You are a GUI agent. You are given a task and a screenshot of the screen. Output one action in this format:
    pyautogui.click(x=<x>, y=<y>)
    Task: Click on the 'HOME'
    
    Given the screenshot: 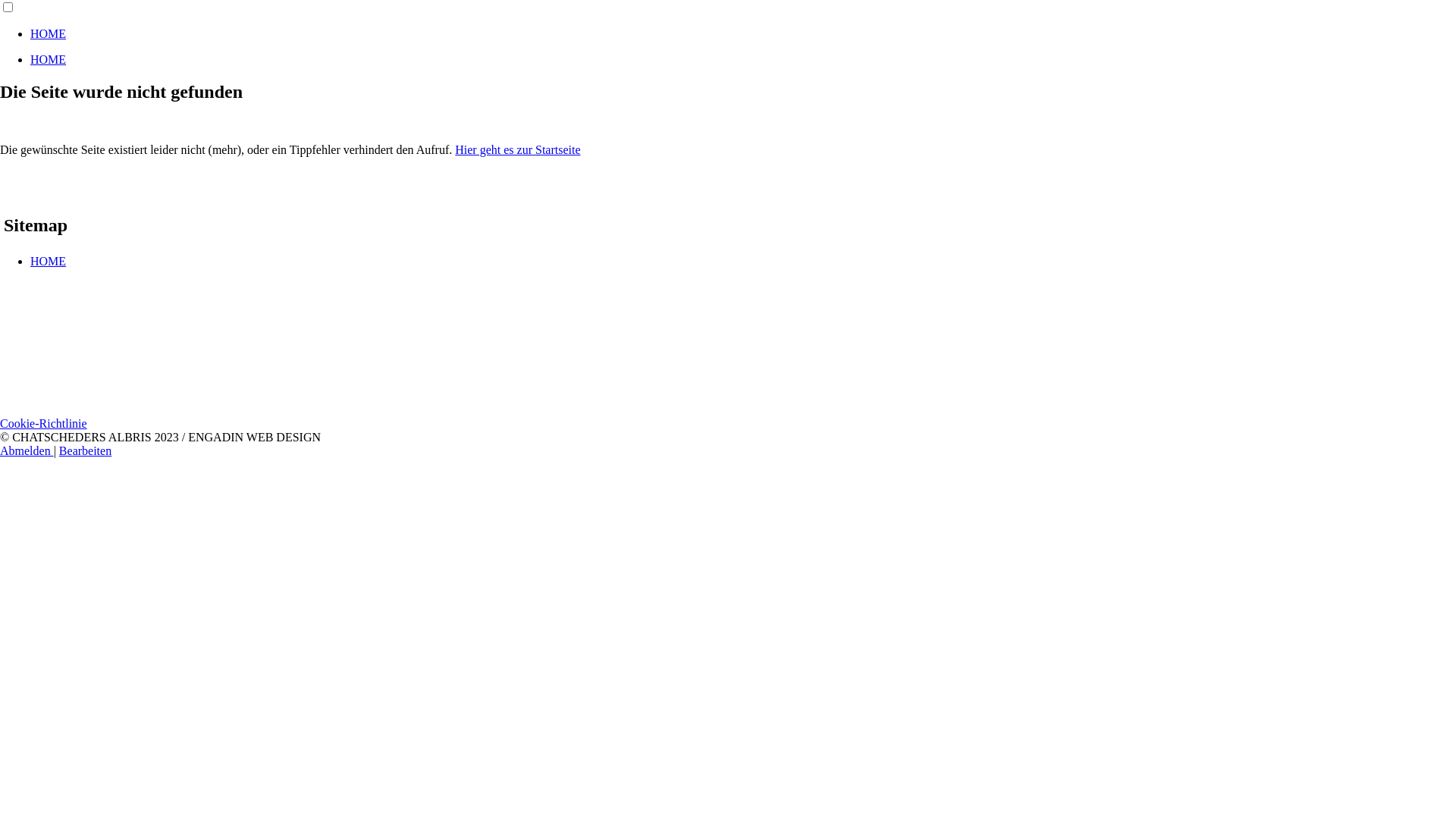 What is the action you would take?
    pyautogui.click(x=30, y=33)
    